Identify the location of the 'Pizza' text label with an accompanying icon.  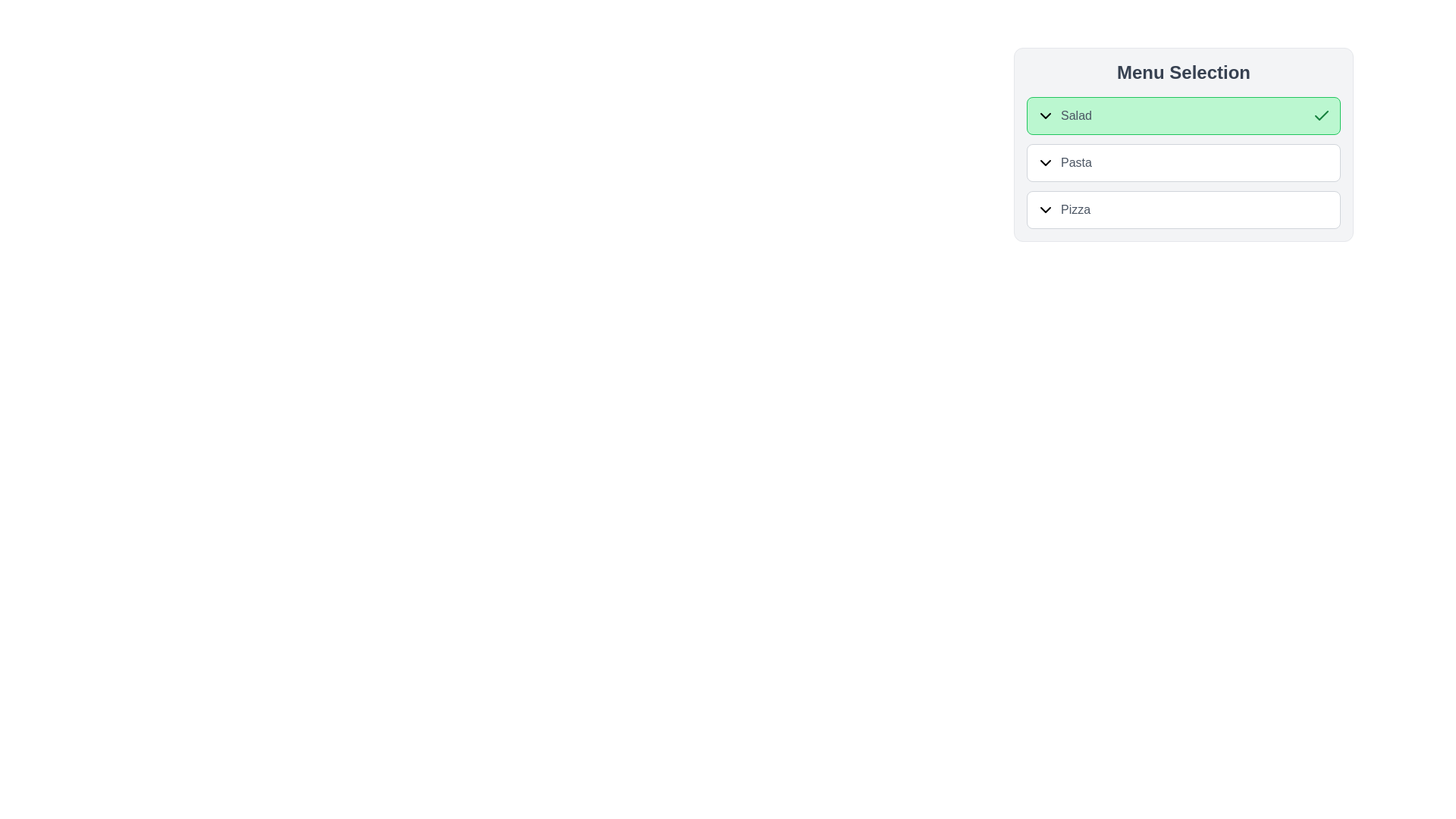
(1062, 210).